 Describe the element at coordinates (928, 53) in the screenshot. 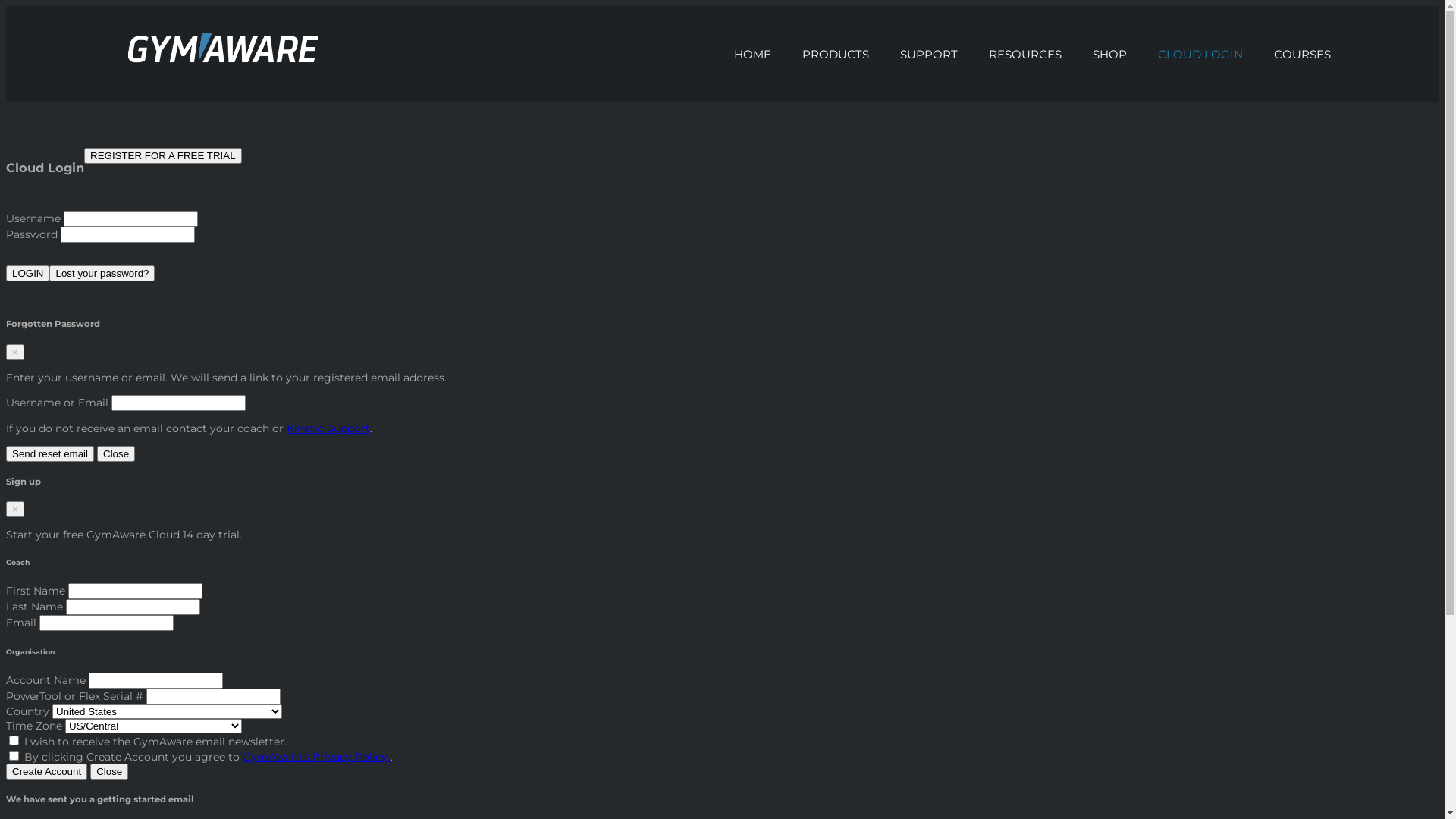

I see `'SUPPORT'` at that location.